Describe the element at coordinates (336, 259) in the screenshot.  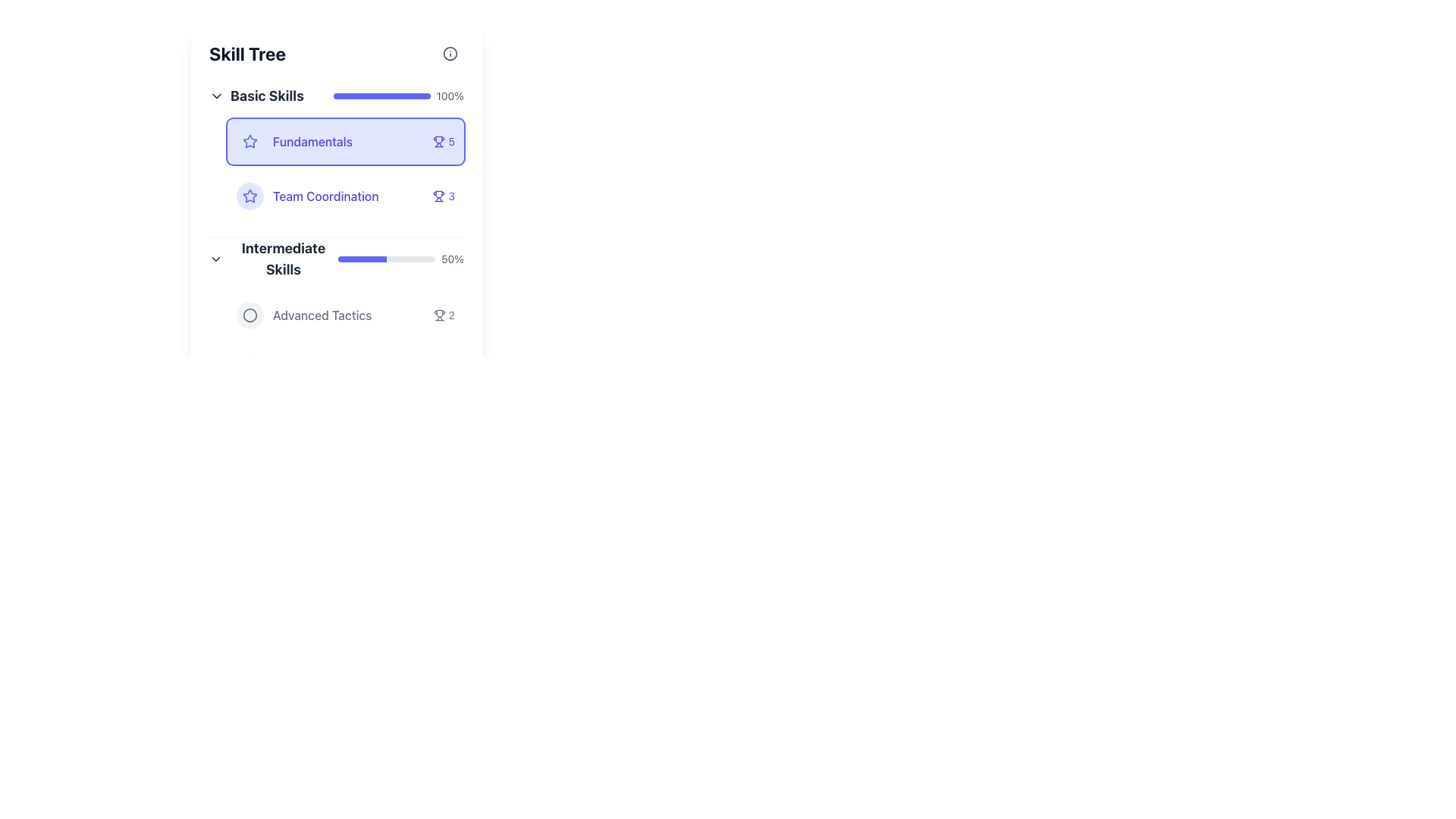
I see `the progress indicator displaying '50%' in the Intermediate Skills section` at that location.